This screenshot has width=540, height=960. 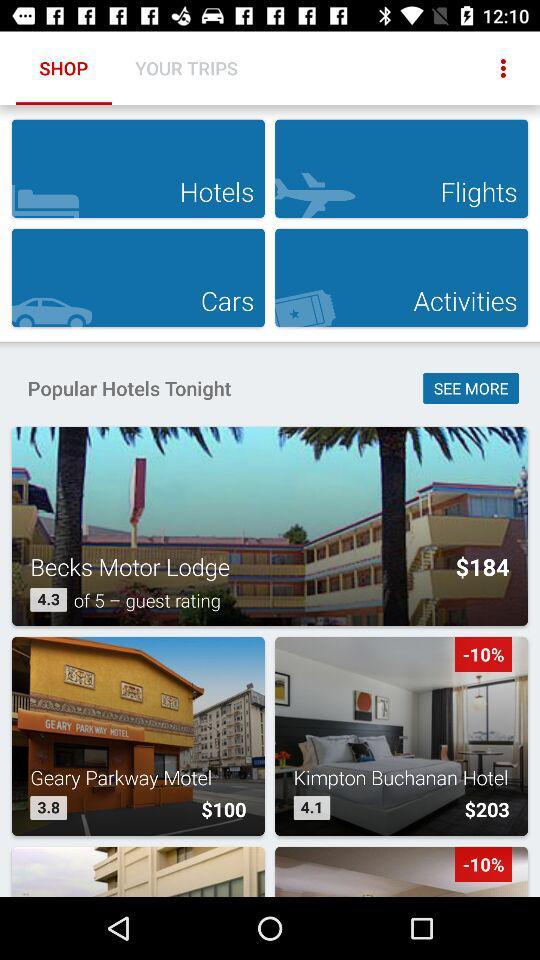 I want to click on item next to the your trips icon, so click(x=502, y=68).